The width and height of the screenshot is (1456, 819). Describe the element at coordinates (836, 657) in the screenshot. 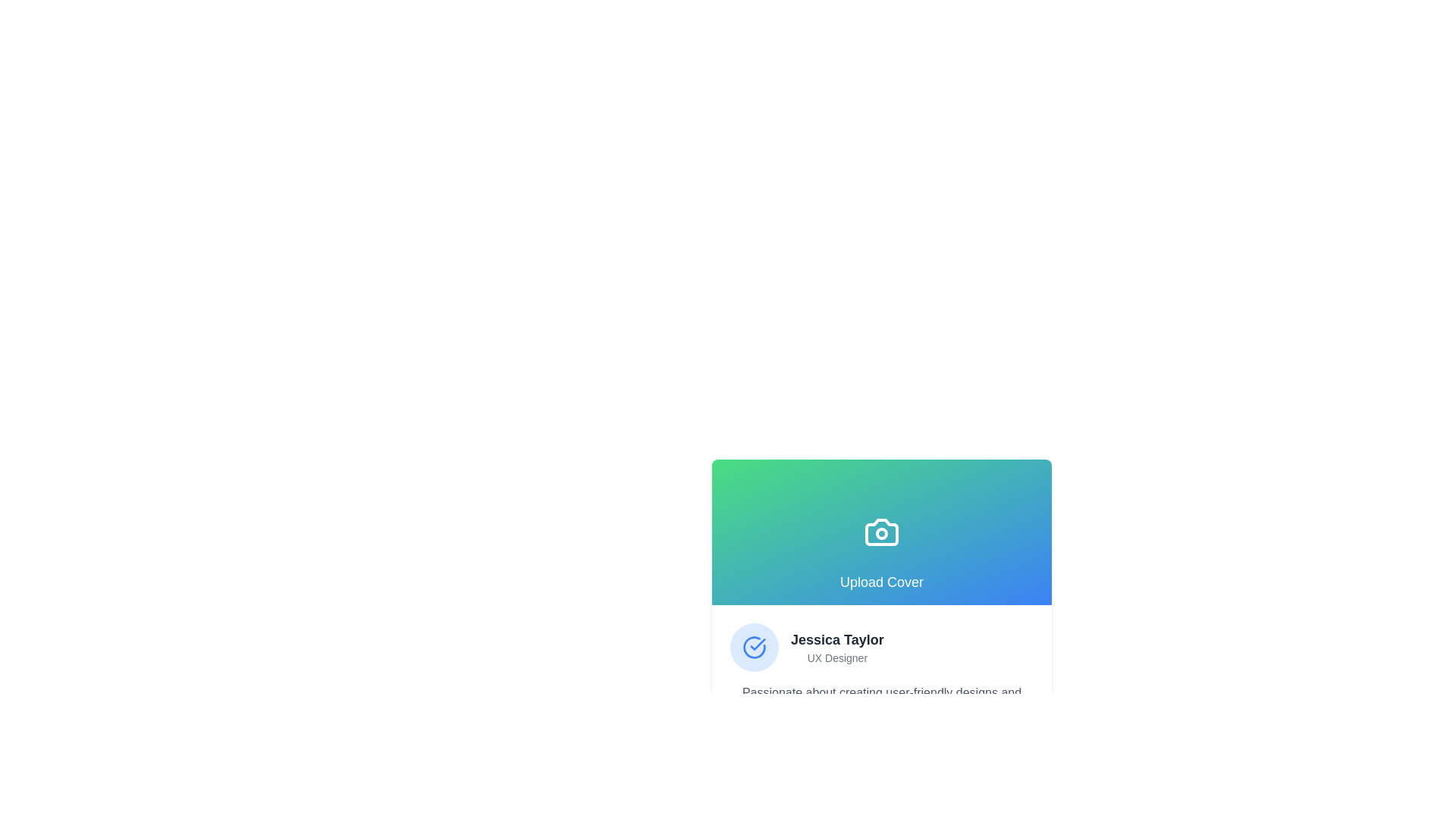

I see `the static text element displaying 'UX Designer' located beneath the name 'Jessica Taylor' in the profile card layout` at that location.